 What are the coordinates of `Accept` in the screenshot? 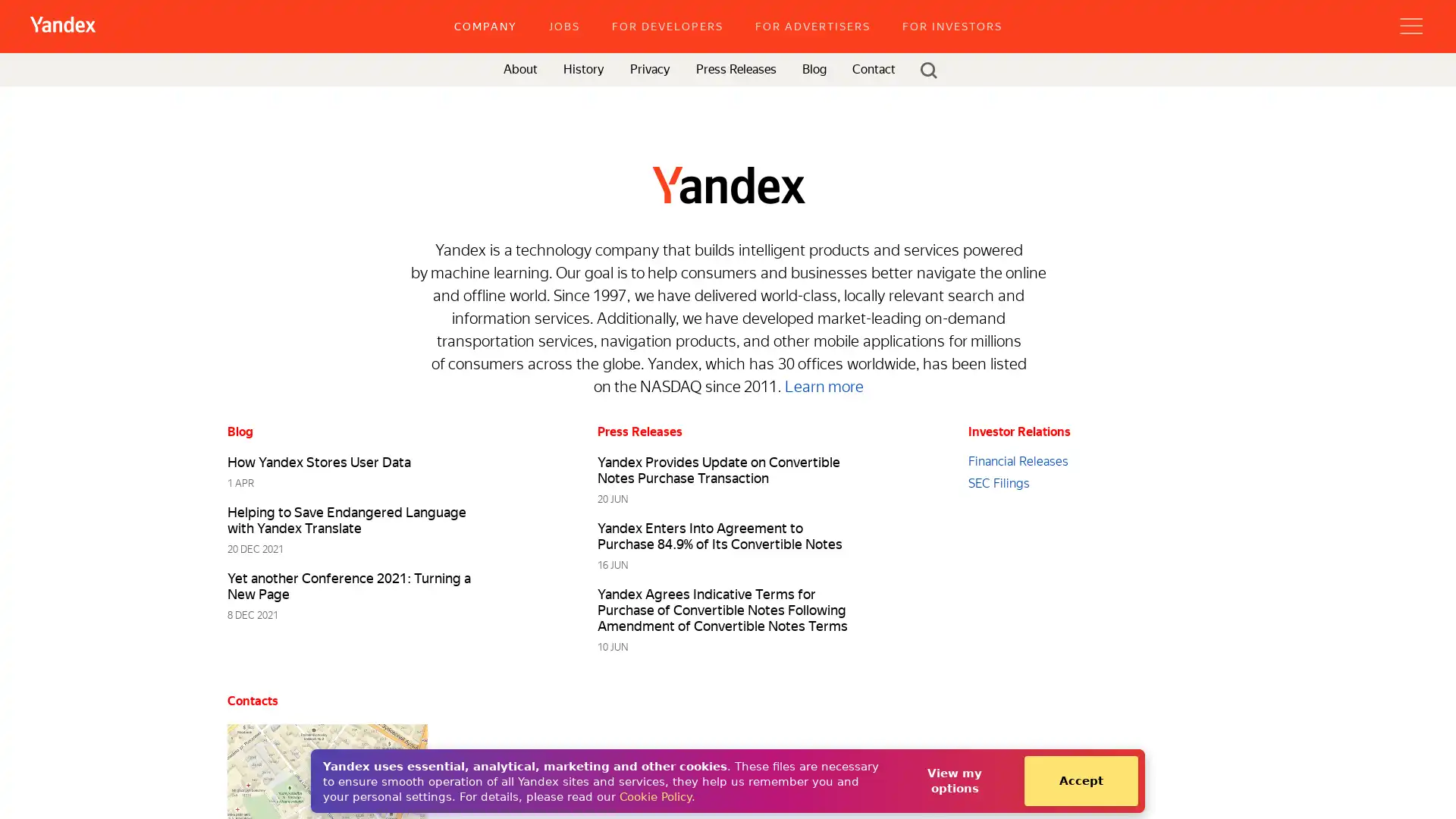 It's located at (1080, 780).